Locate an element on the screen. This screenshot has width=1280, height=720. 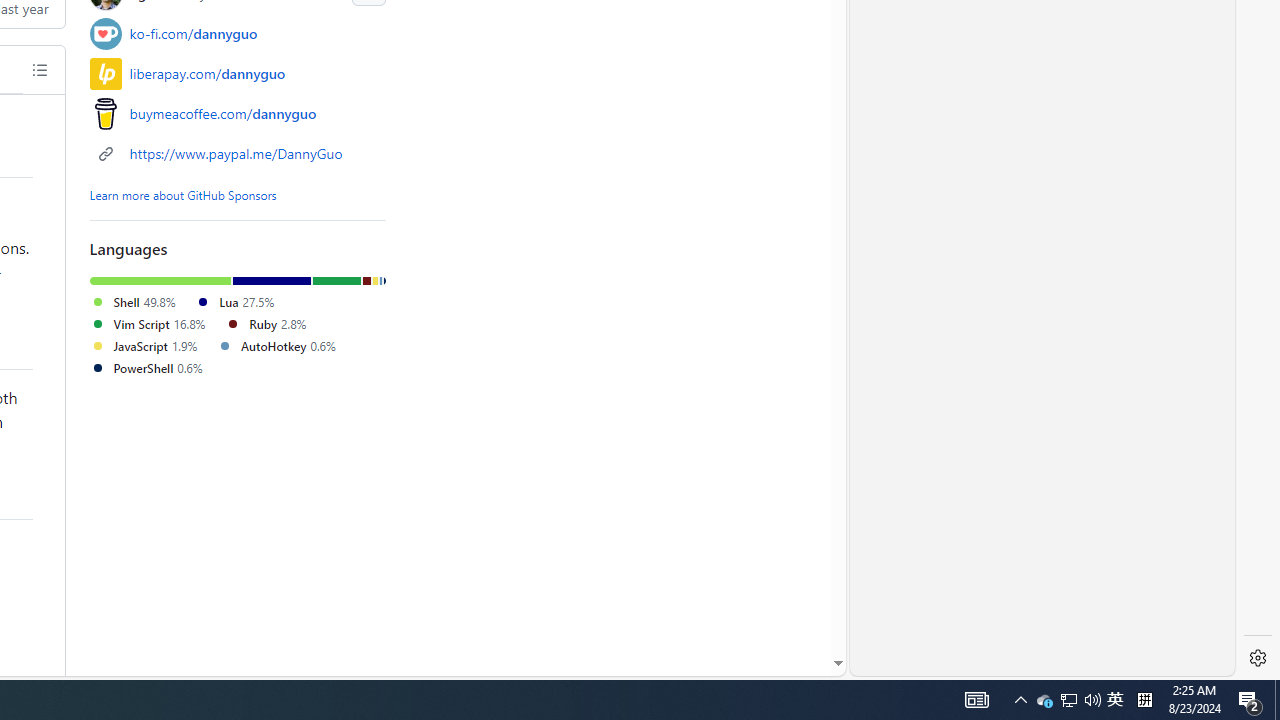
'Shell49.8%' is located at coordinates (141, 303).